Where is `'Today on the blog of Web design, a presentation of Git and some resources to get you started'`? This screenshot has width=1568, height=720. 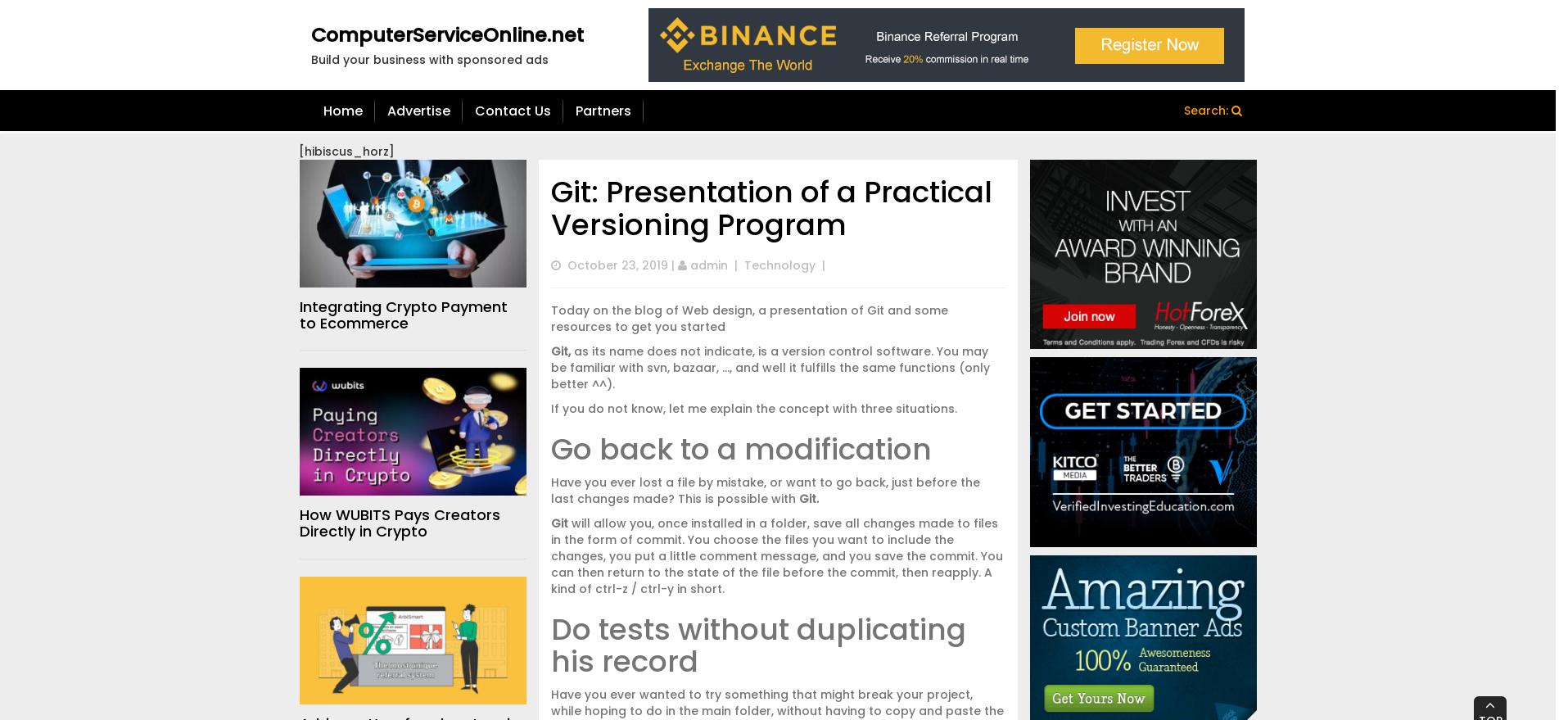
'Today on the blog of Web design, a presentation of Git and some resources to get you started' is located at coordinates (549, 318).